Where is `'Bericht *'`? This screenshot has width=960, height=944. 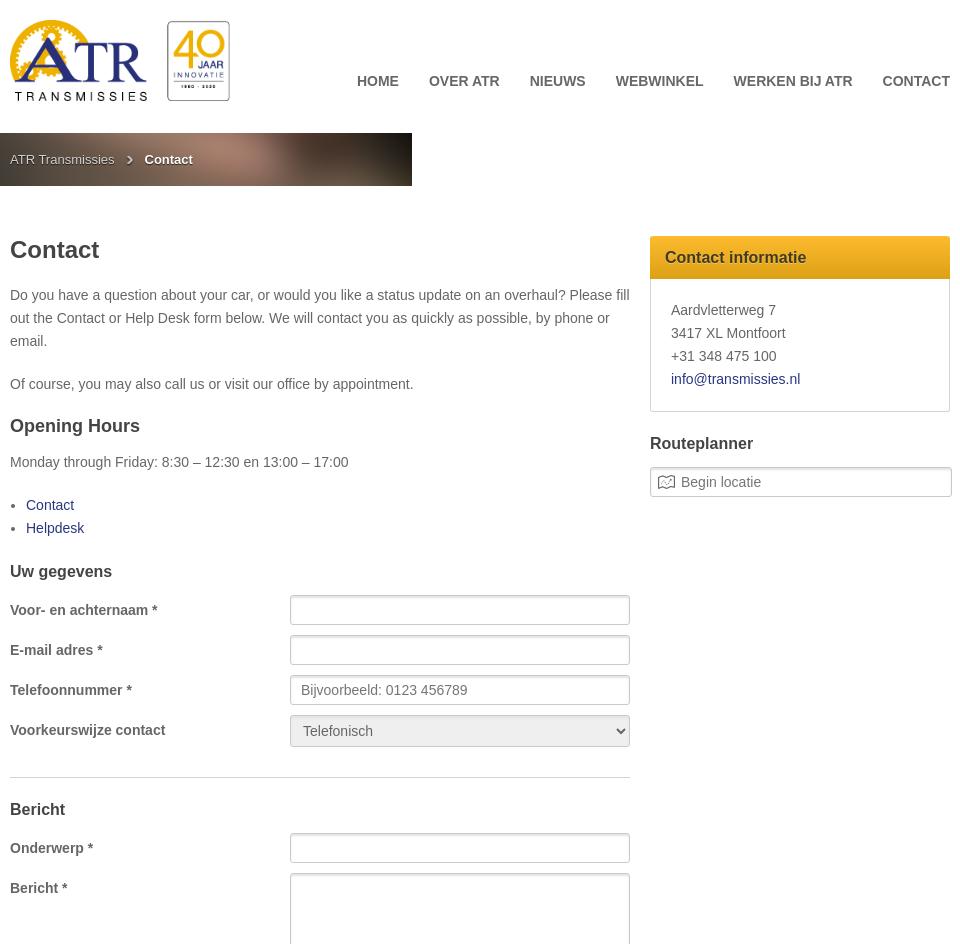 'Bericht *' is located at coordinates (8, 887).